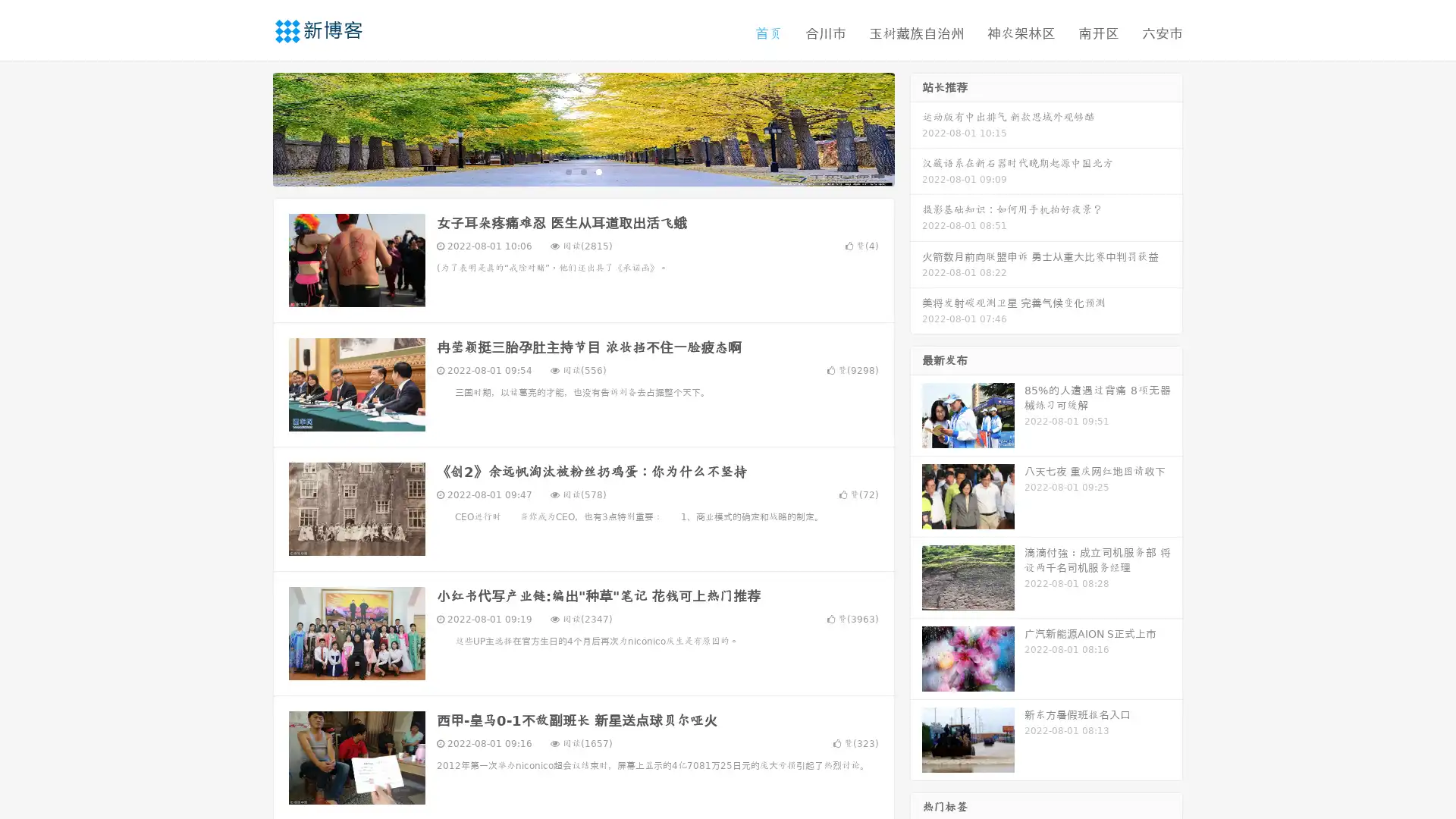  I want to click on Go to slide 3, so click(598, 171).